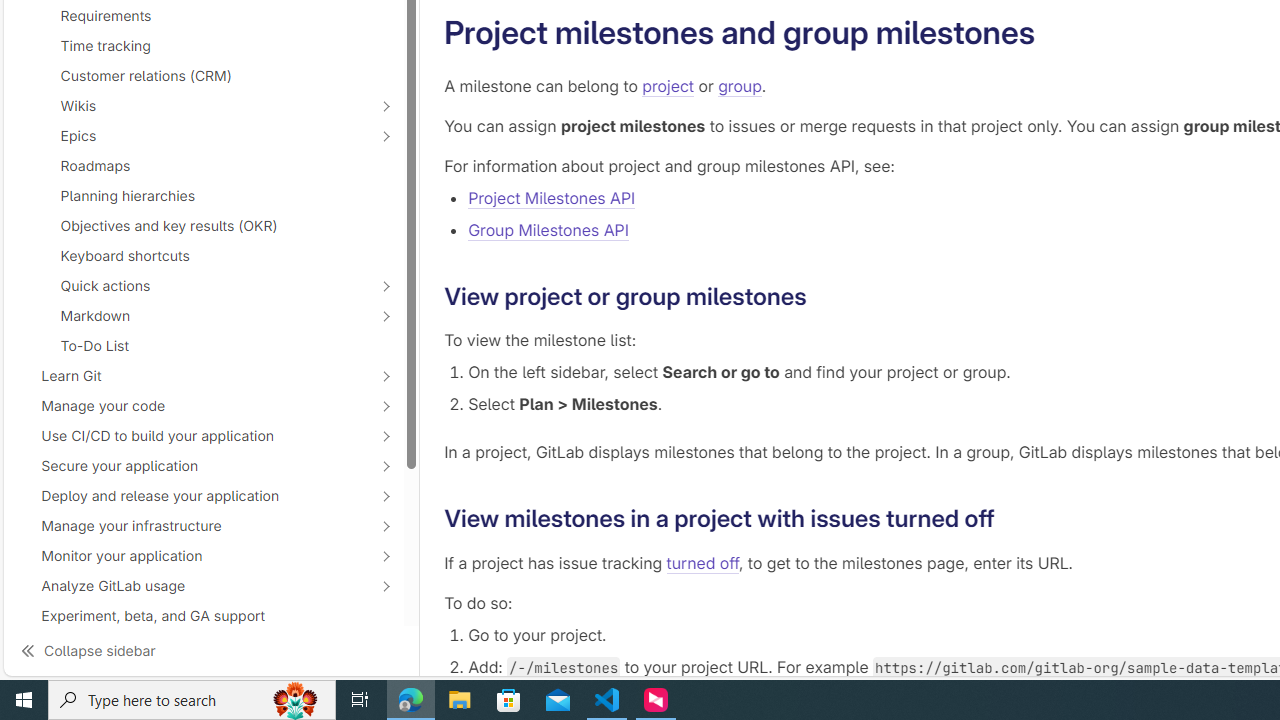  Describe the element at coordinates (211, 650) in the screenshot. I see `'Collapse sidebar'` at that location.